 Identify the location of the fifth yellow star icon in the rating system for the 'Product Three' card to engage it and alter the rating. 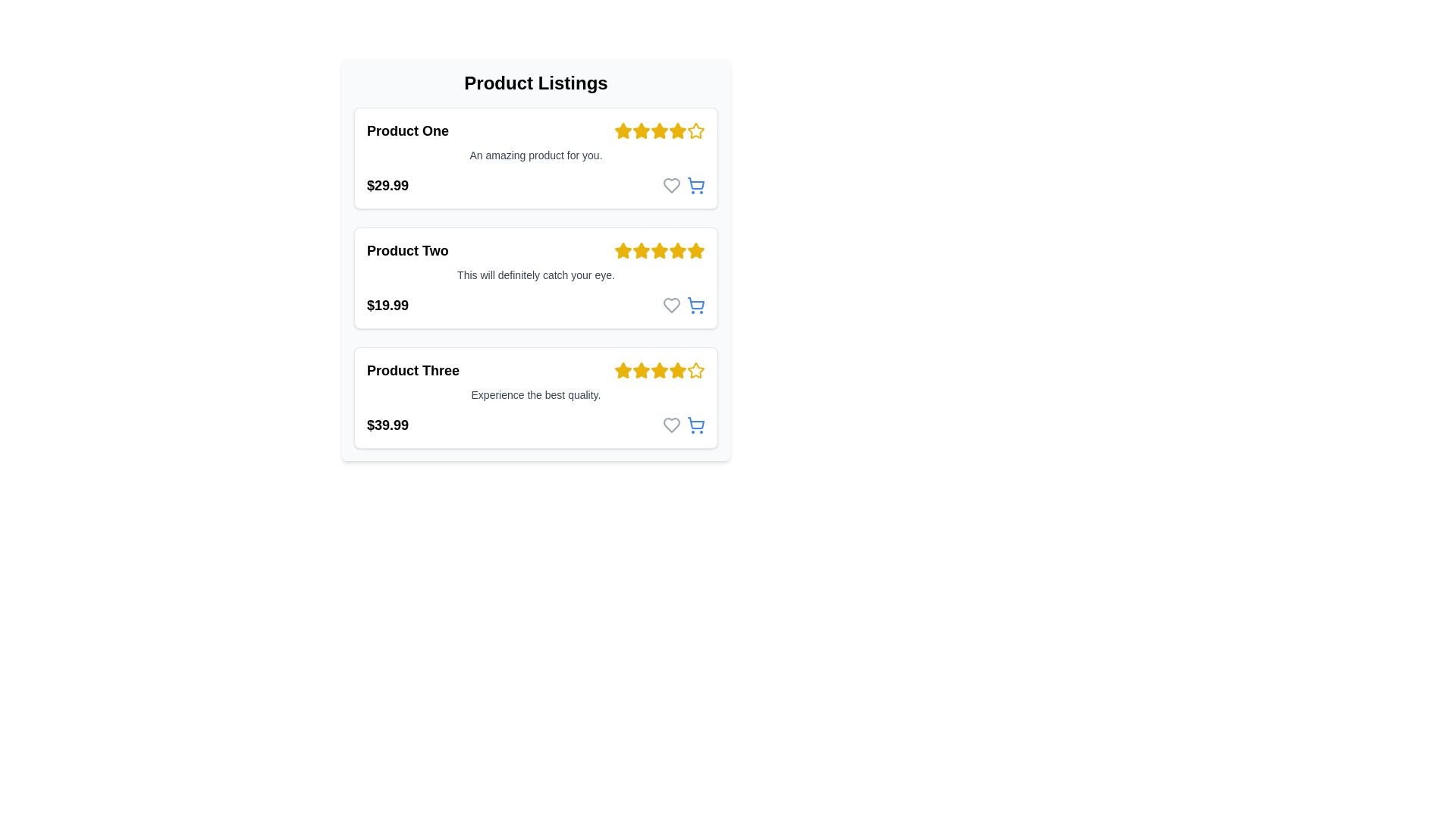
(695, 371).